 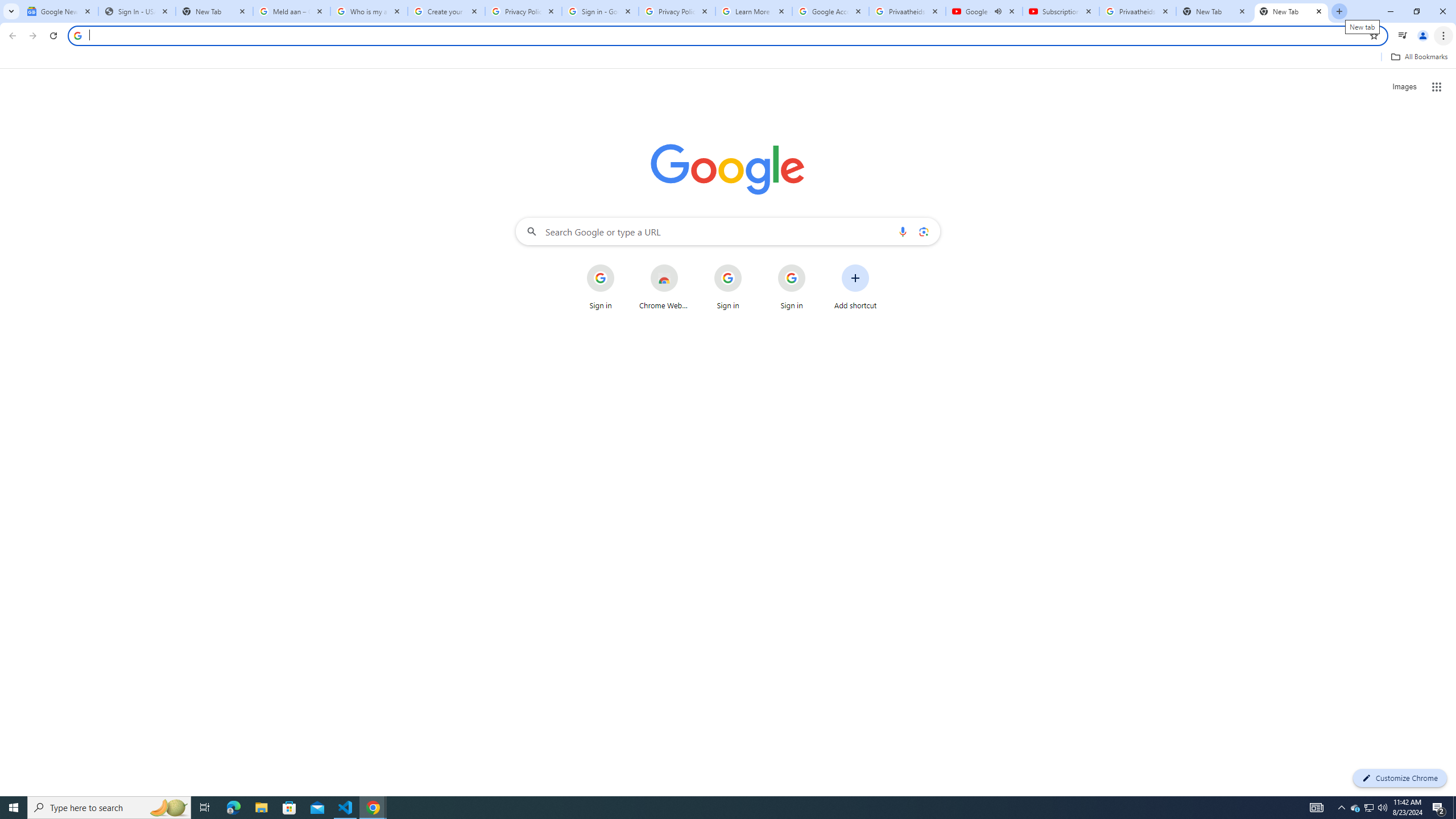 I want to click on 'Sign in - Google Accounts', so click(x=599, y=11).